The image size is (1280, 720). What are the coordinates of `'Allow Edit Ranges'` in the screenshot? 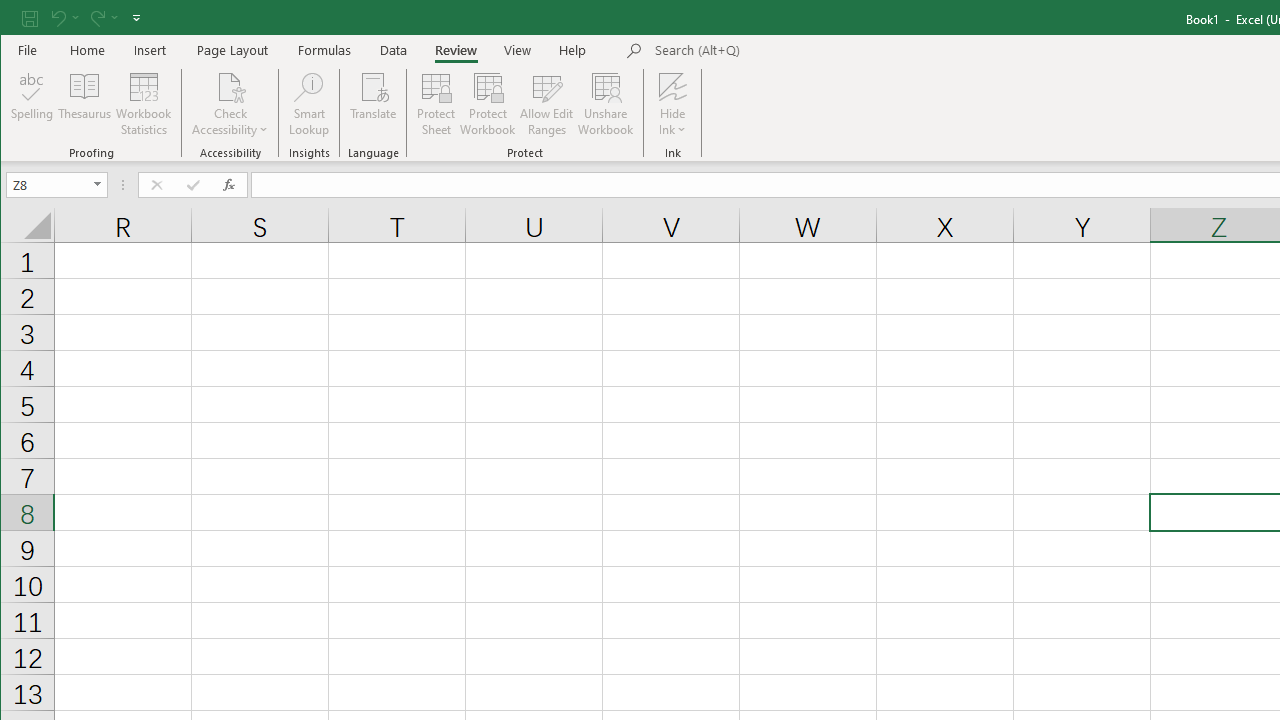 It's located at (547, 104).